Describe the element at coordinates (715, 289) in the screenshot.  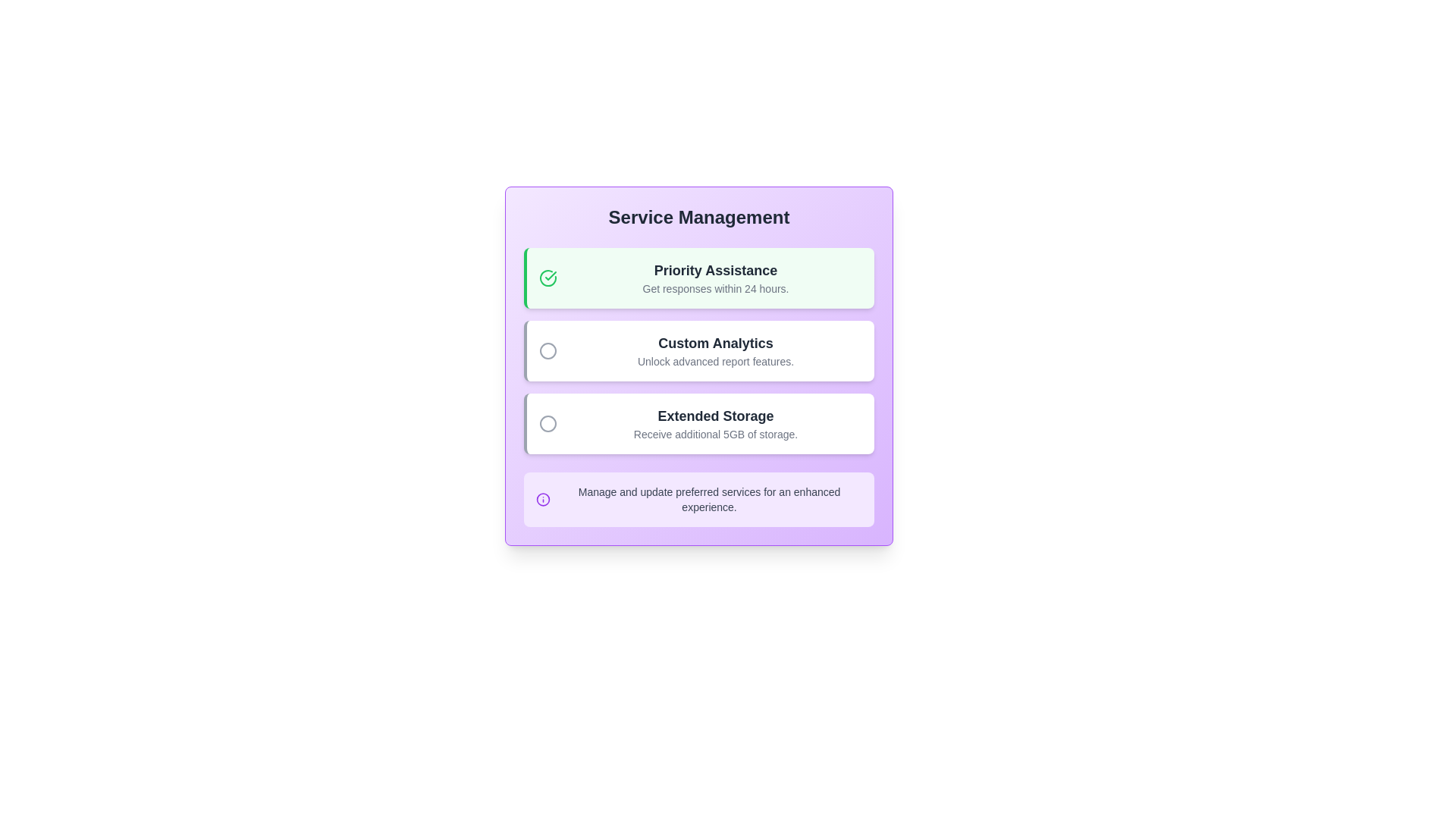
I see `the text label 'Get responses within 24 hours.' which provides additional information for the 'Priority Assistance' feature in the Service Management interface` at that location.